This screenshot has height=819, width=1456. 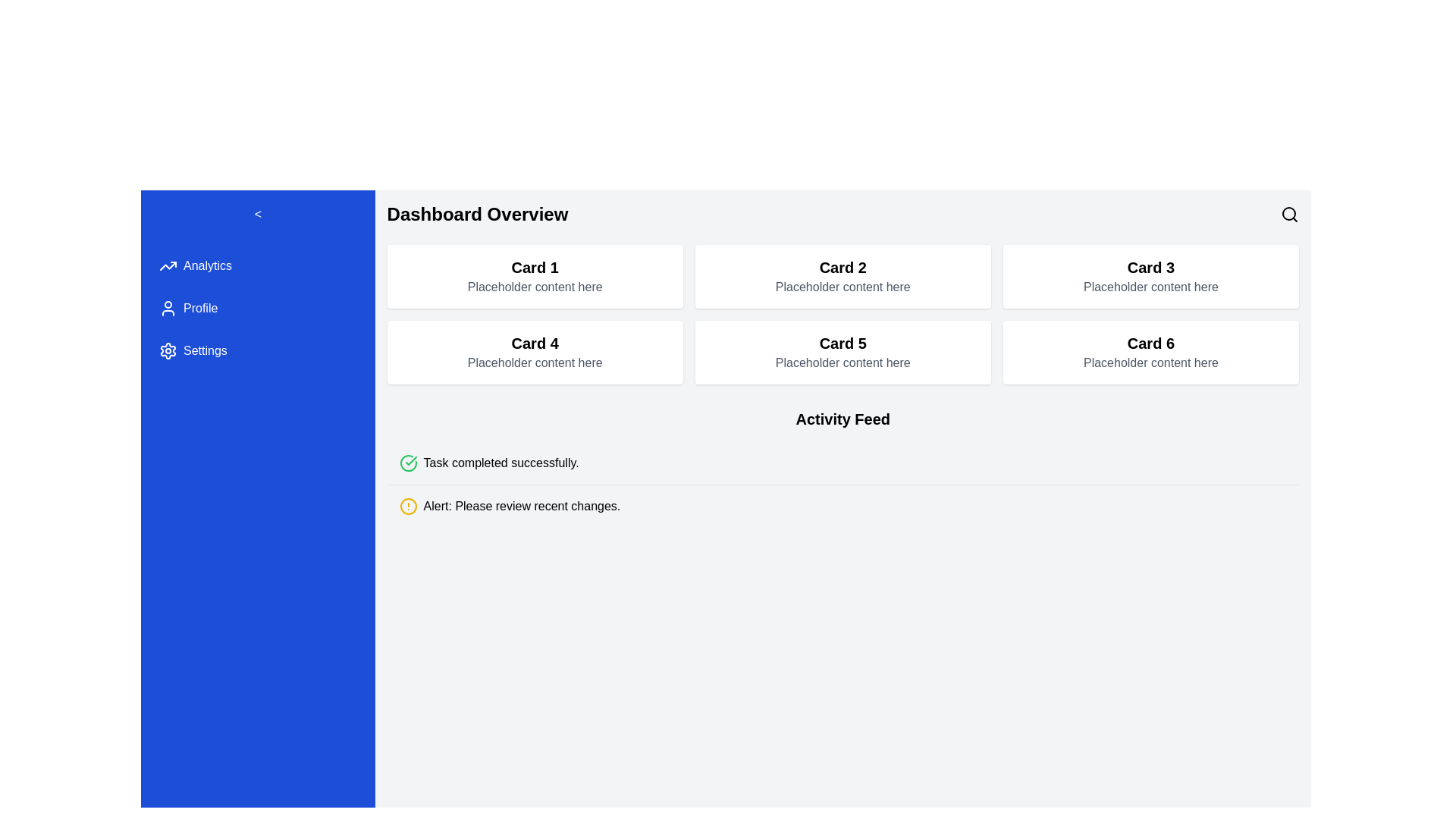 I want to click on the static text label located at the bottom of 'Card 1', which serves as descriptive or placeholder text, so click(x=535, y=287).